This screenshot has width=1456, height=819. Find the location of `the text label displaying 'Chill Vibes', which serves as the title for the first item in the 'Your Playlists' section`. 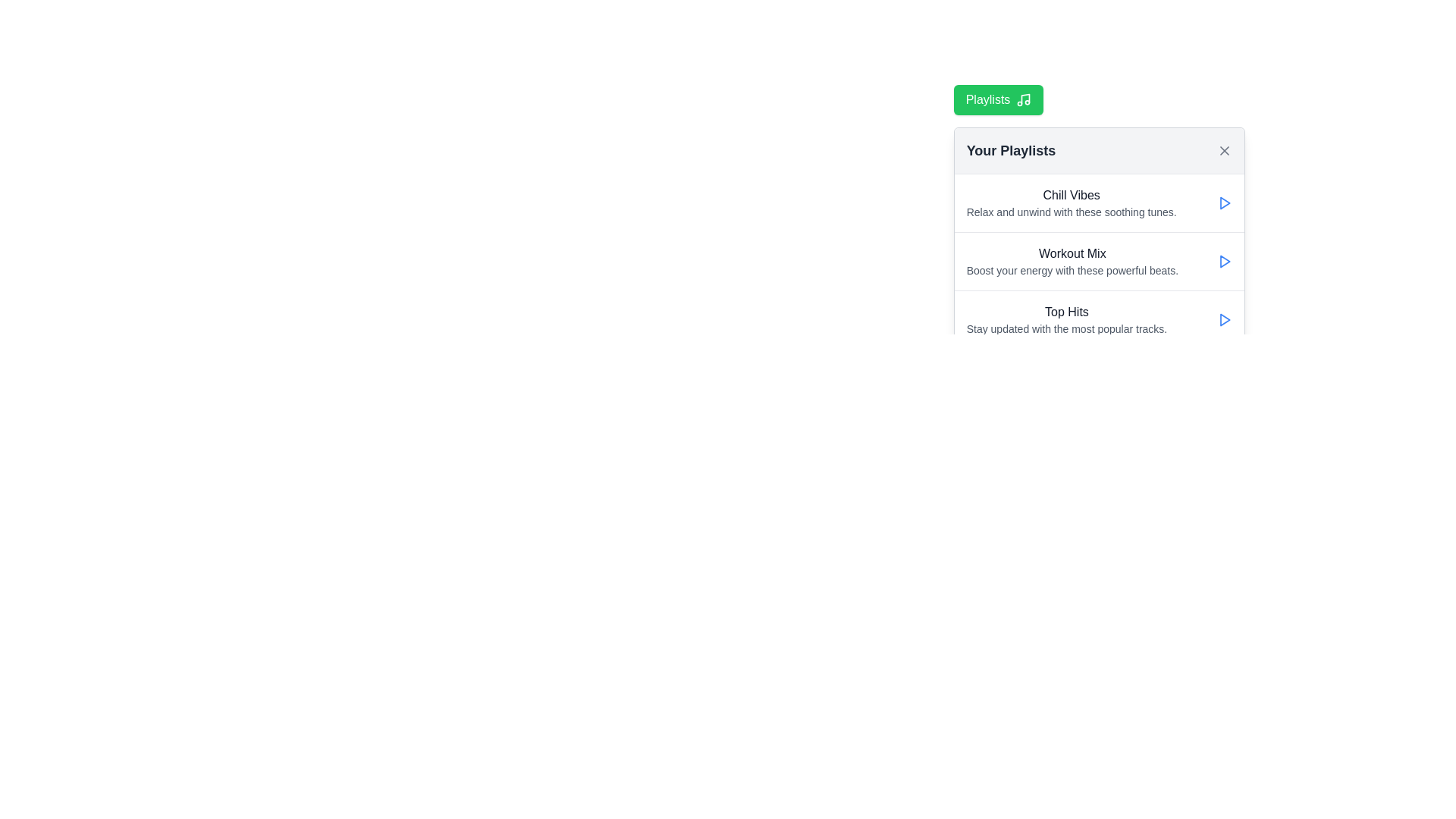

the text label displaying 'Chill Vibes', which serves as the title for the first item in the 'Your Playlists' section is located at coordinates (1071, 195).